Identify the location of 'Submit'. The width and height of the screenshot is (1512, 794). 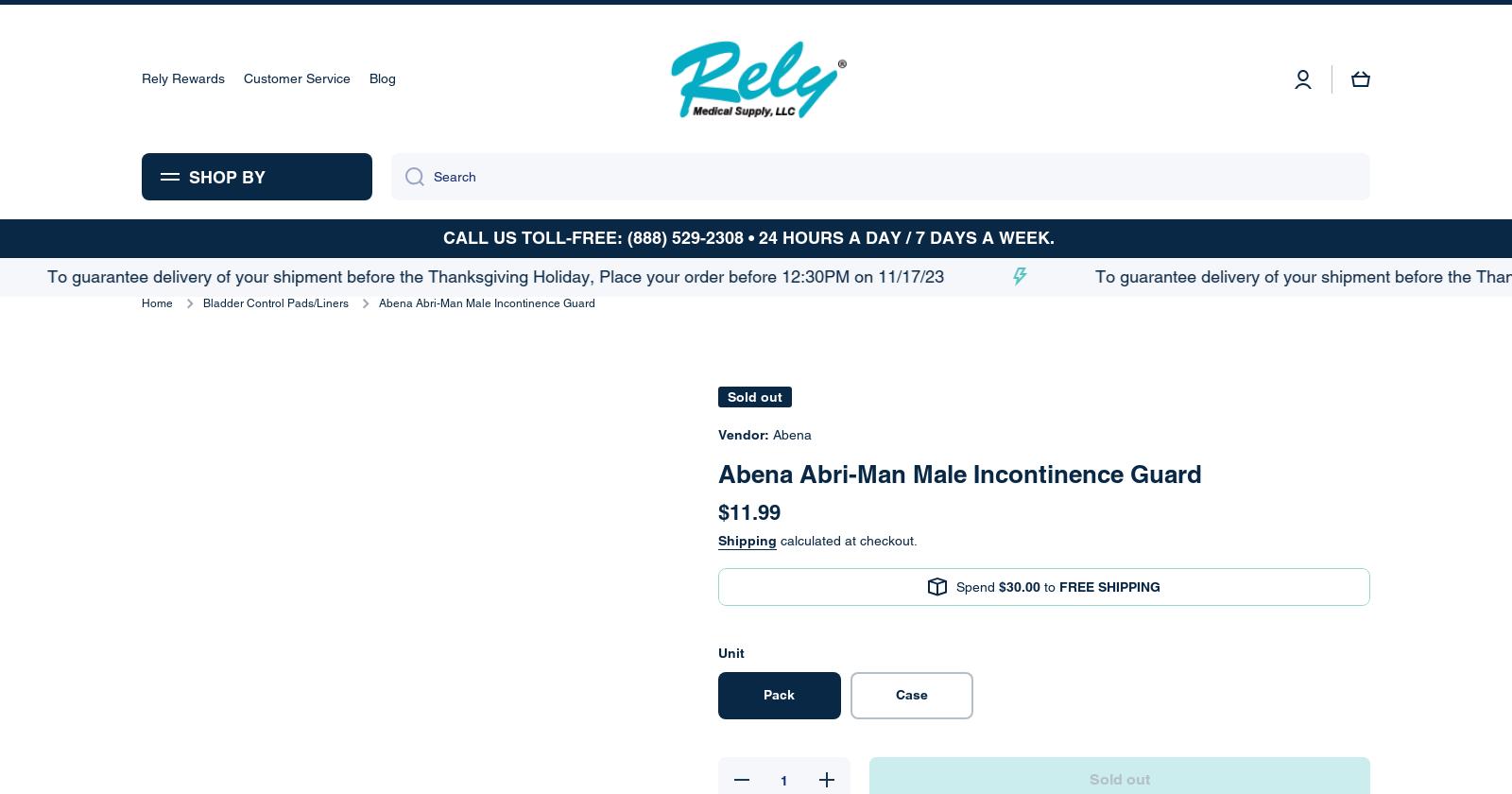
(540, 643).